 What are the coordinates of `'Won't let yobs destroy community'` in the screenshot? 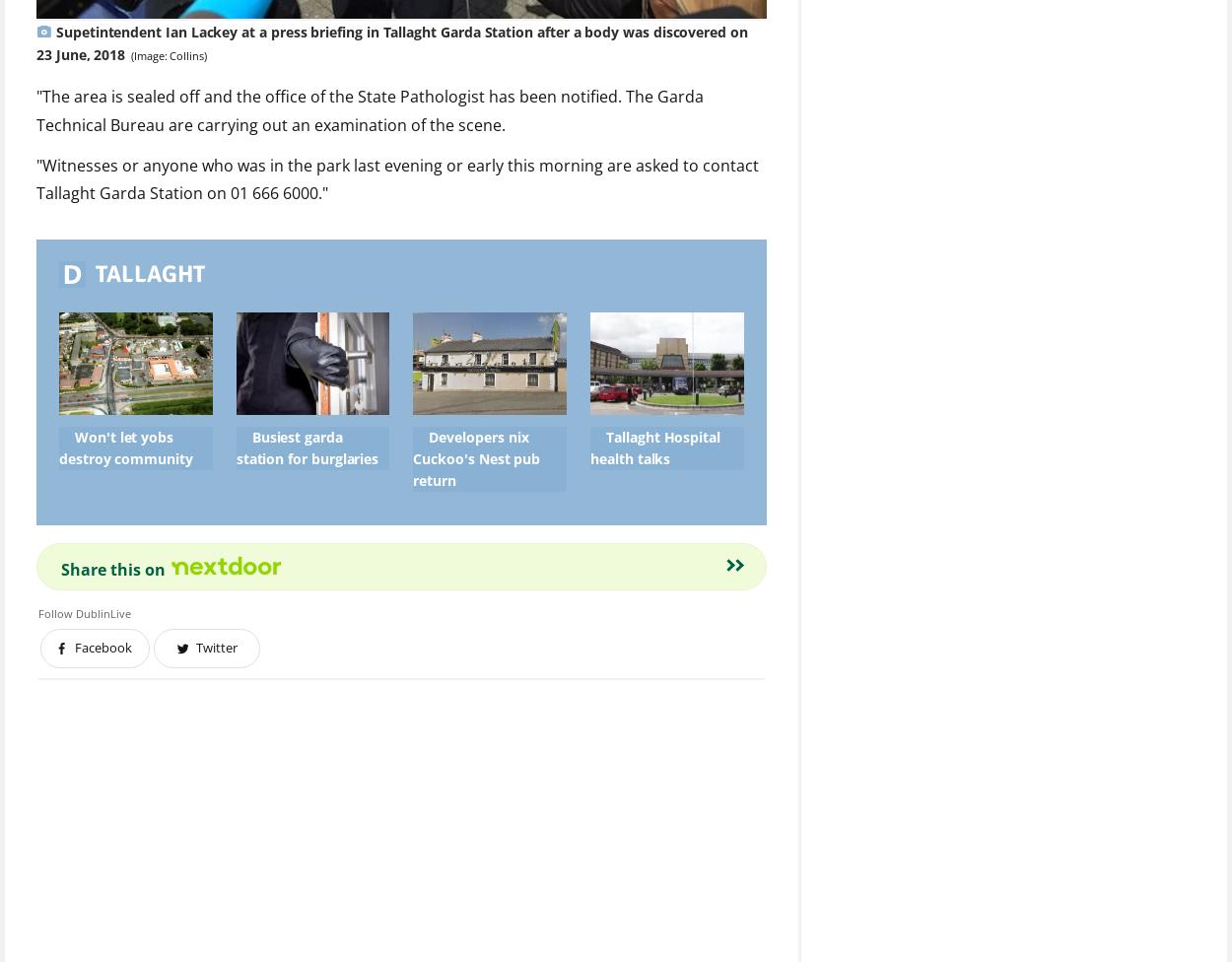 It's located at (125, 446).